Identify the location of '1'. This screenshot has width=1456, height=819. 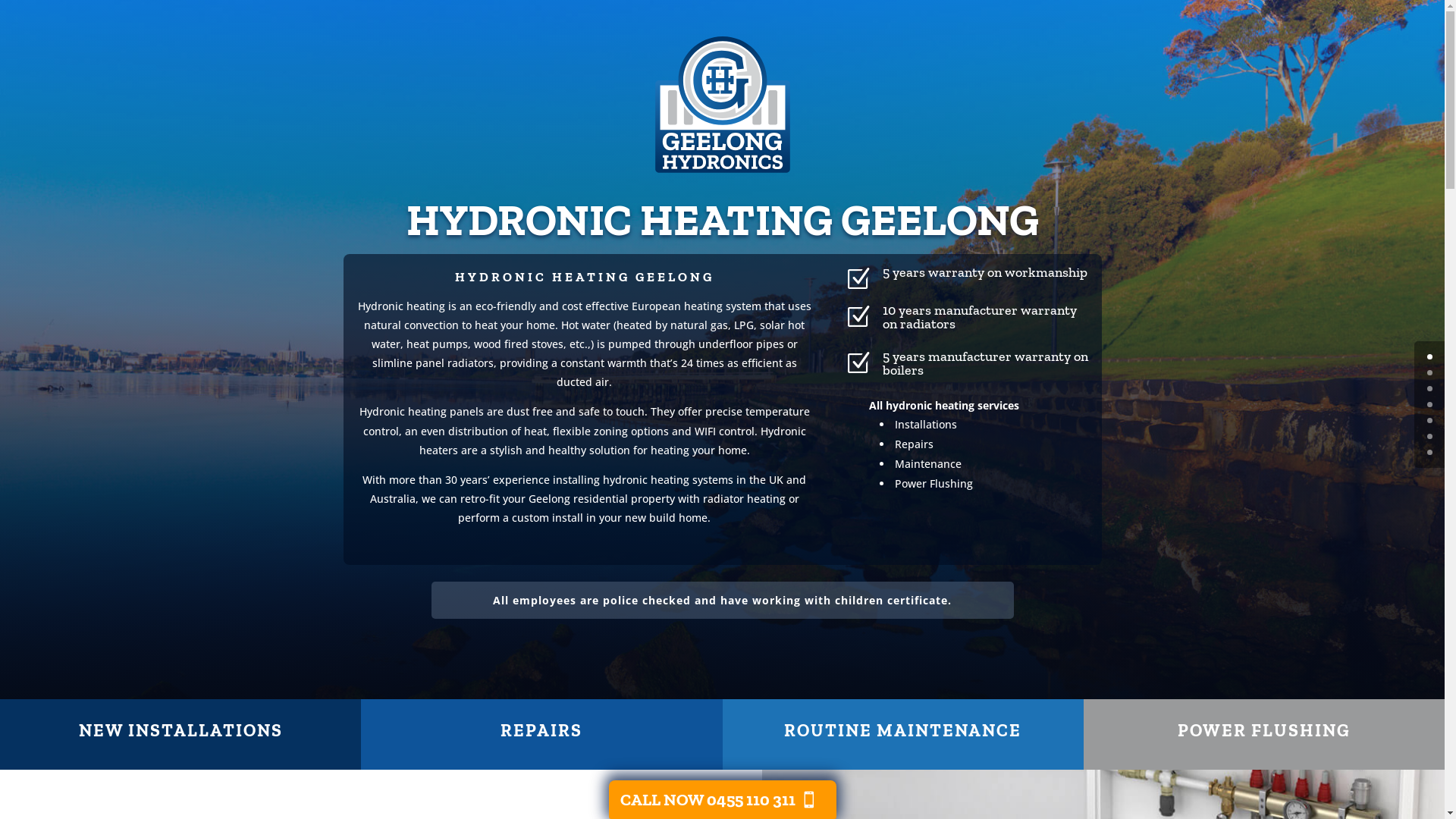
(1429, 372).